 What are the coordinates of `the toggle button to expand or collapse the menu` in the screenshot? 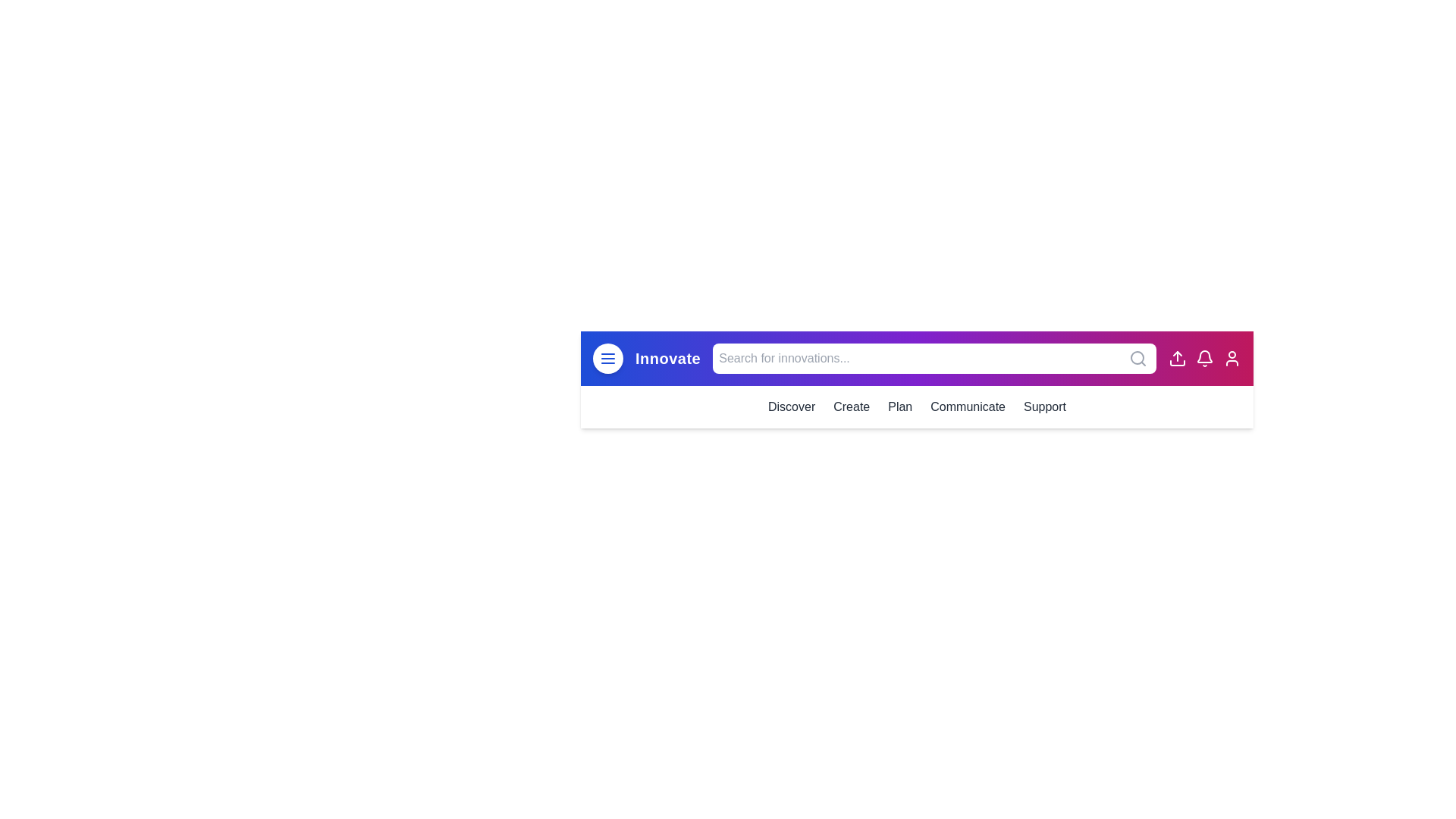 It's located at (607, 359).